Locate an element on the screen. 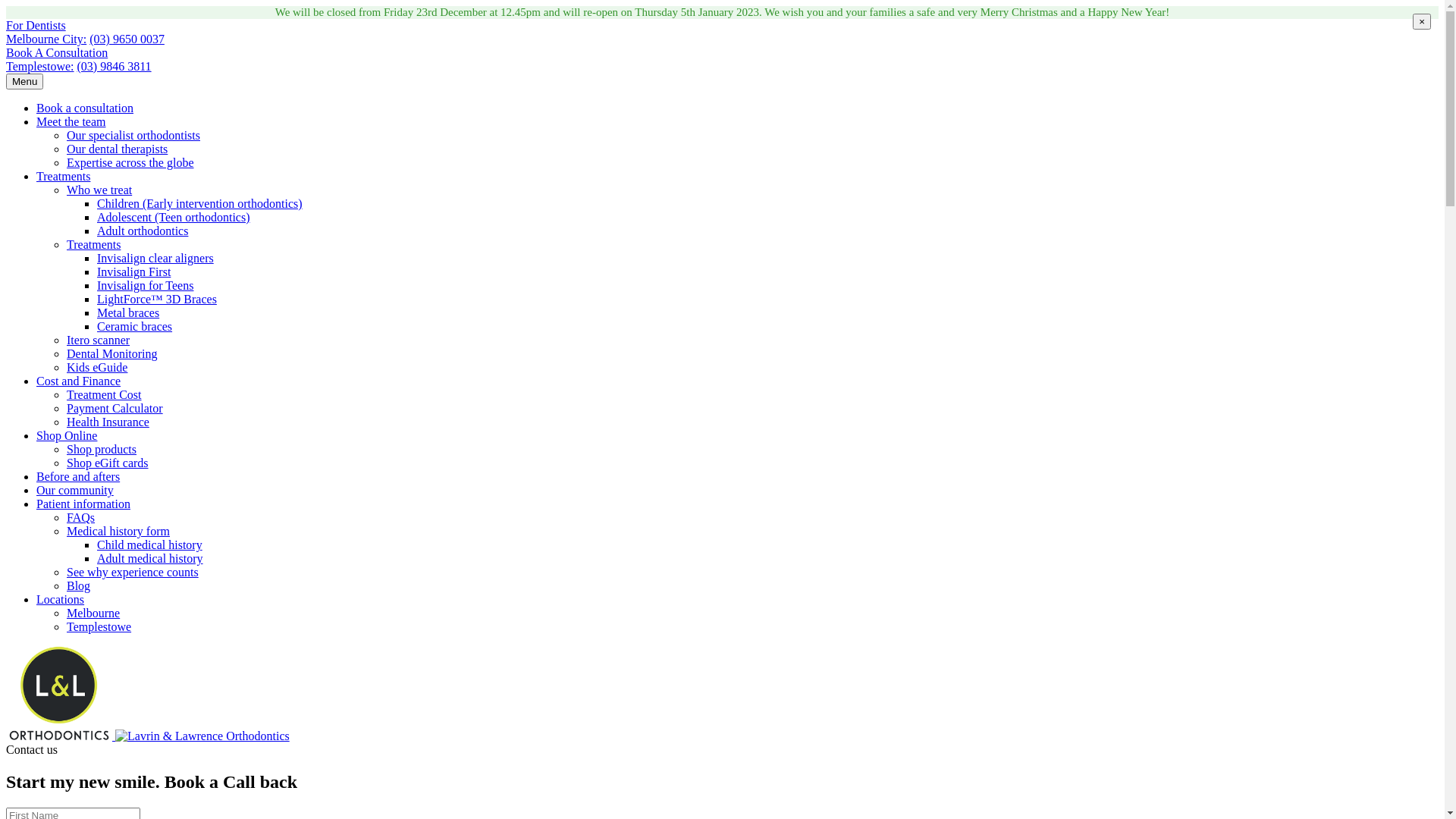 The width and height of the screenshot is (1456, 819). 'Health Insurance' is located at coordinates (107, 422).